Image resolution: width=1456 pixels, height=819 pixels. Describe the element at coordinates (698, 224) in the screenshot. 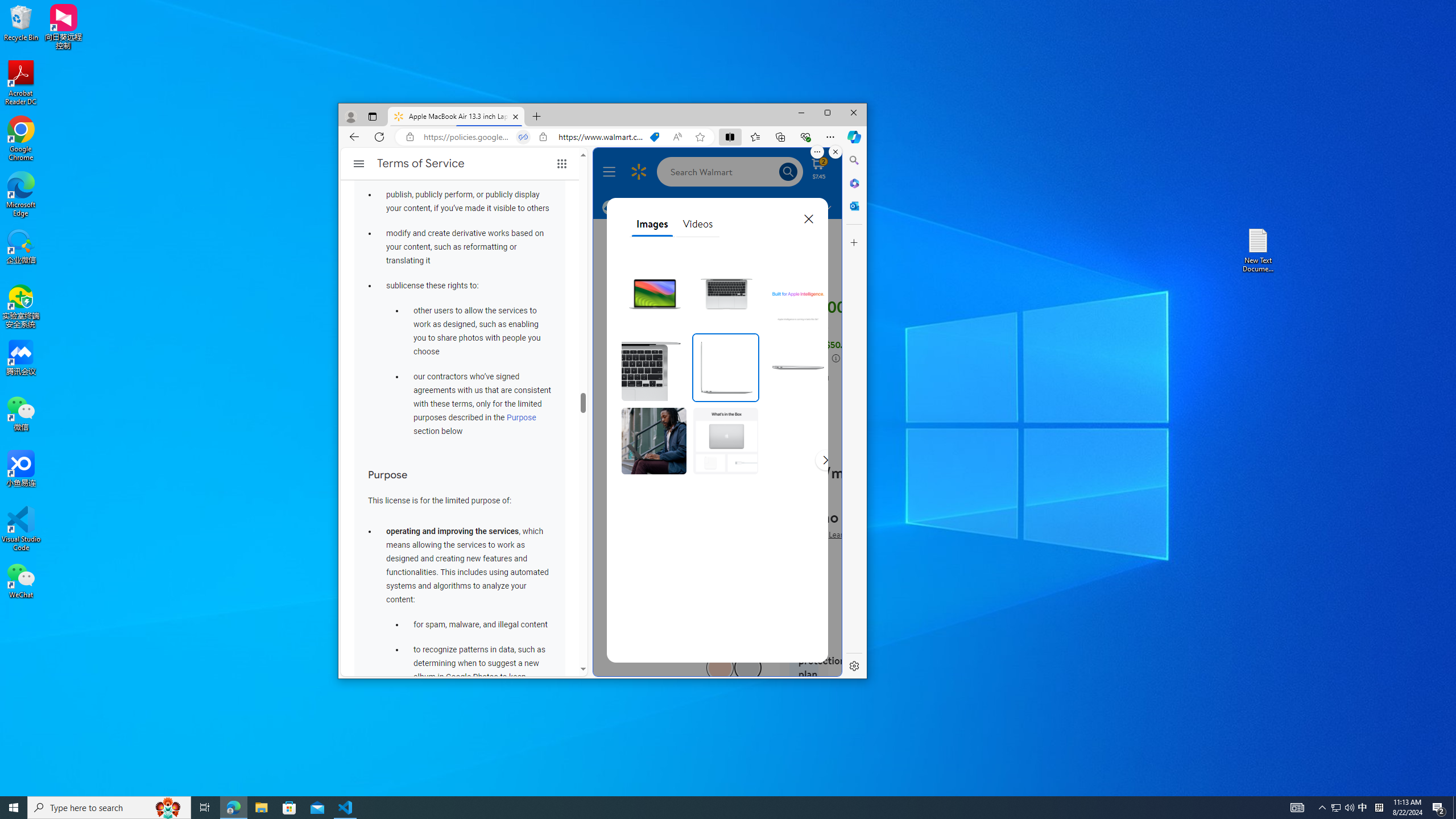

I see `'Videos'` at that location.